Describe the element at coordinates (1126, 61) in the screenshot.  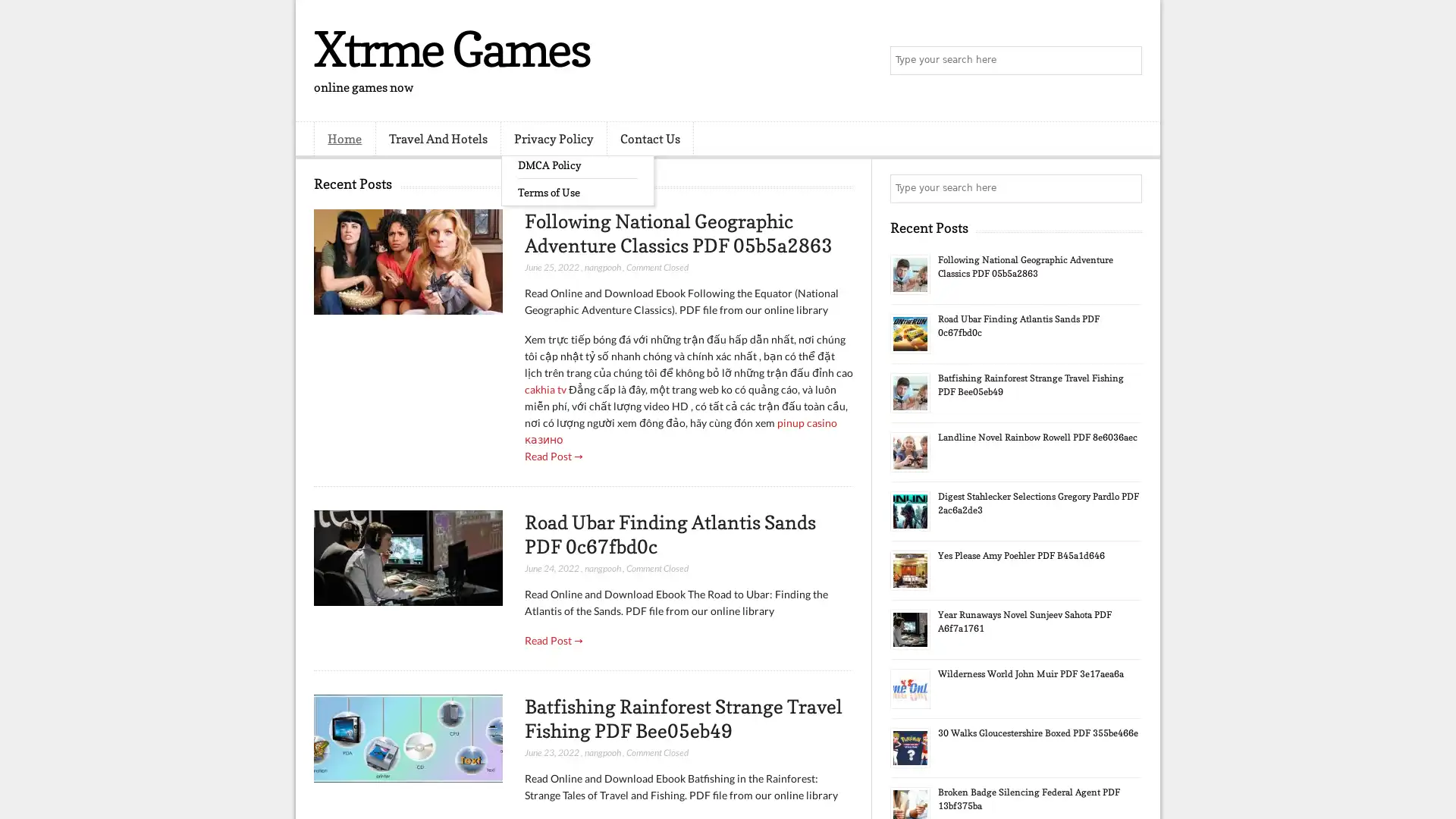
I see `Search` at that location.